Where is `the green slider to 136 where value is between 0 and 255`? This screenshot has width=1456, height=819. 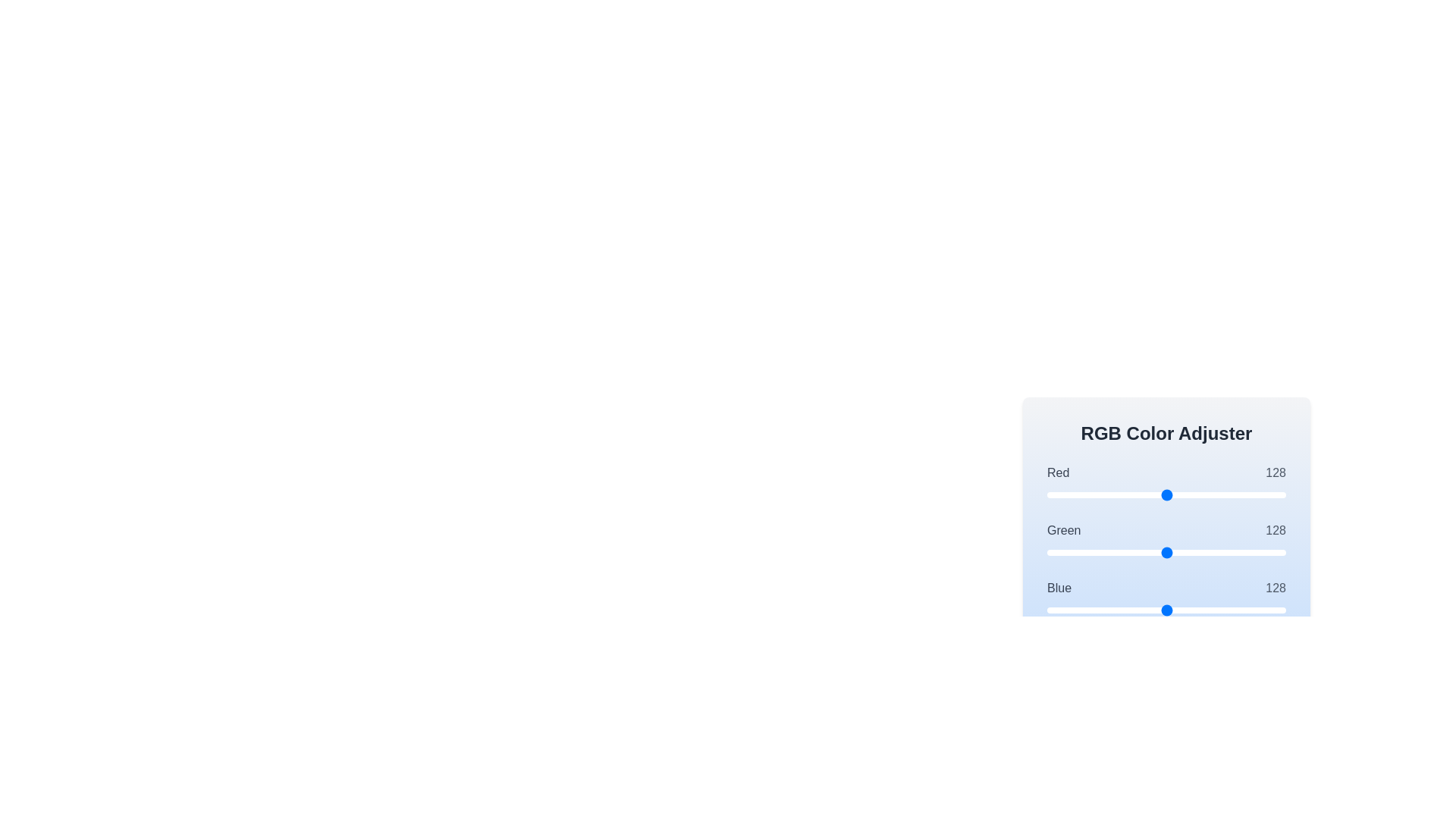
the green slider to 136 where value is between 0 and 255 is located at coordinates (1174, 553).